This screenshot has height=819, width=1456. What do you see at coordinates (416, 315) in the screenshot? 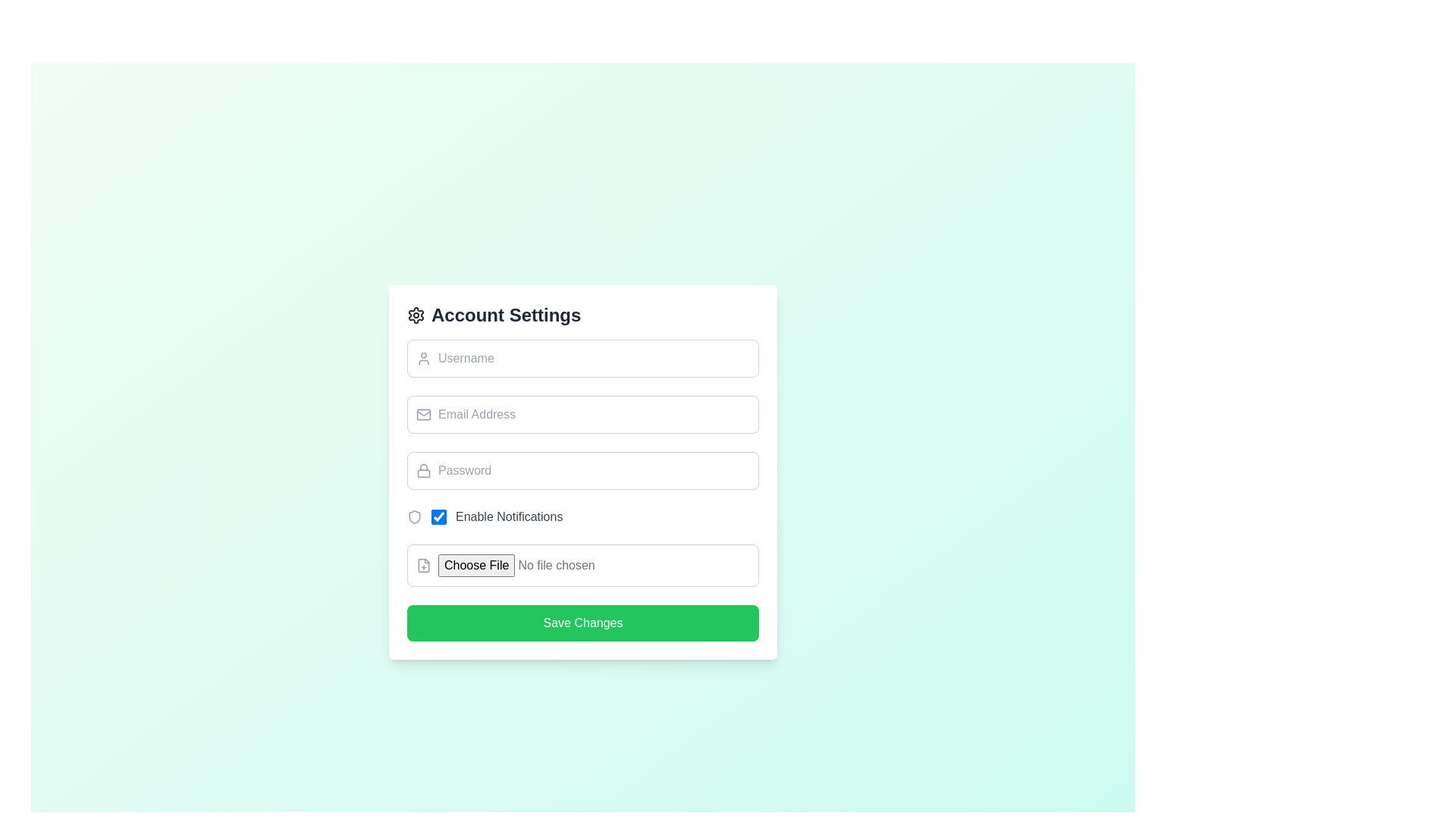
I see `gear icon representing settings, located to the left of the 'Account Settings' text, by clicking on it` at bounding box center [416, 315].